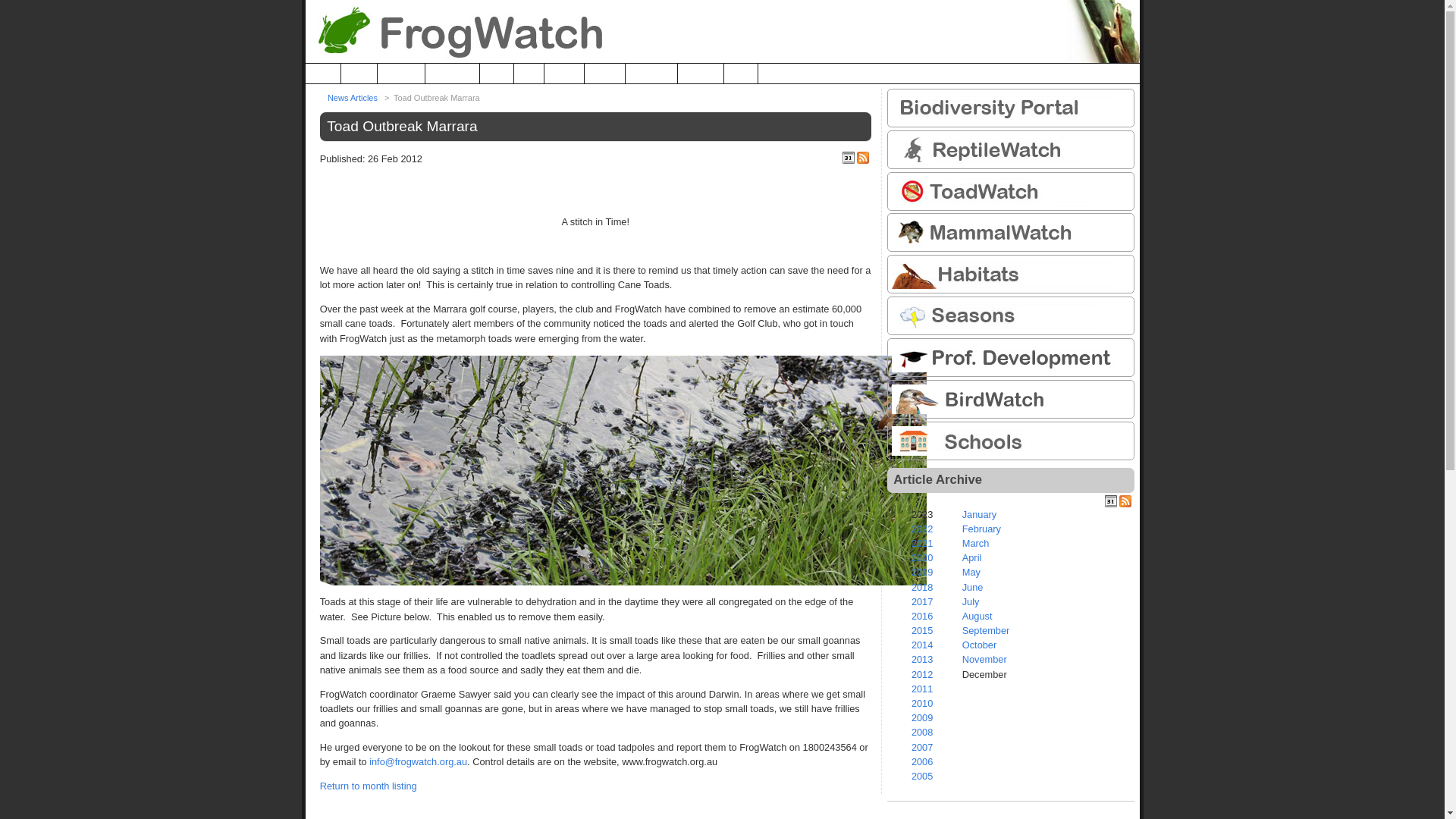  What do you see at coordinates (921, 630) in the screenshot?
I see `'2015'` at bounding box center [921, 630].